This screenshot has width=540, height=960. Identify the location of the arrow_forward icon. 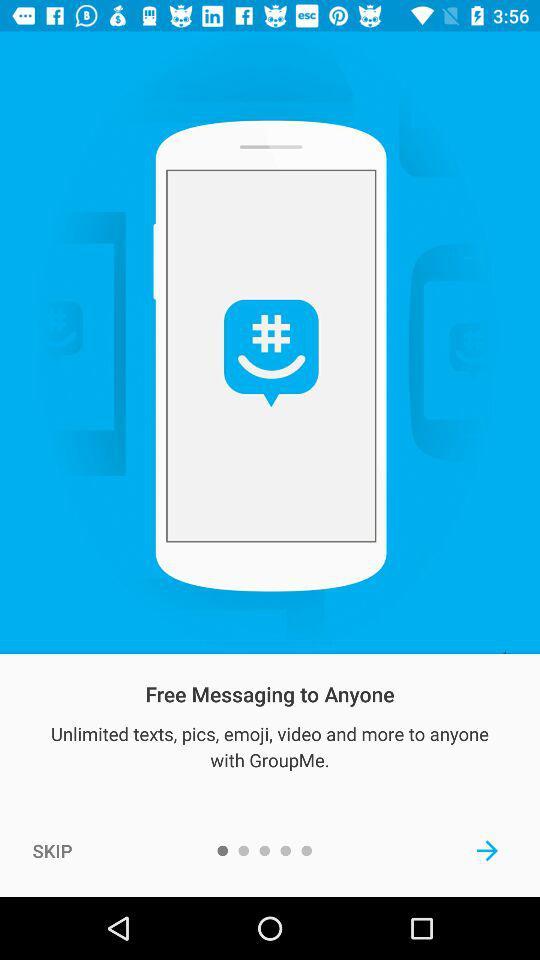
(486, 849).